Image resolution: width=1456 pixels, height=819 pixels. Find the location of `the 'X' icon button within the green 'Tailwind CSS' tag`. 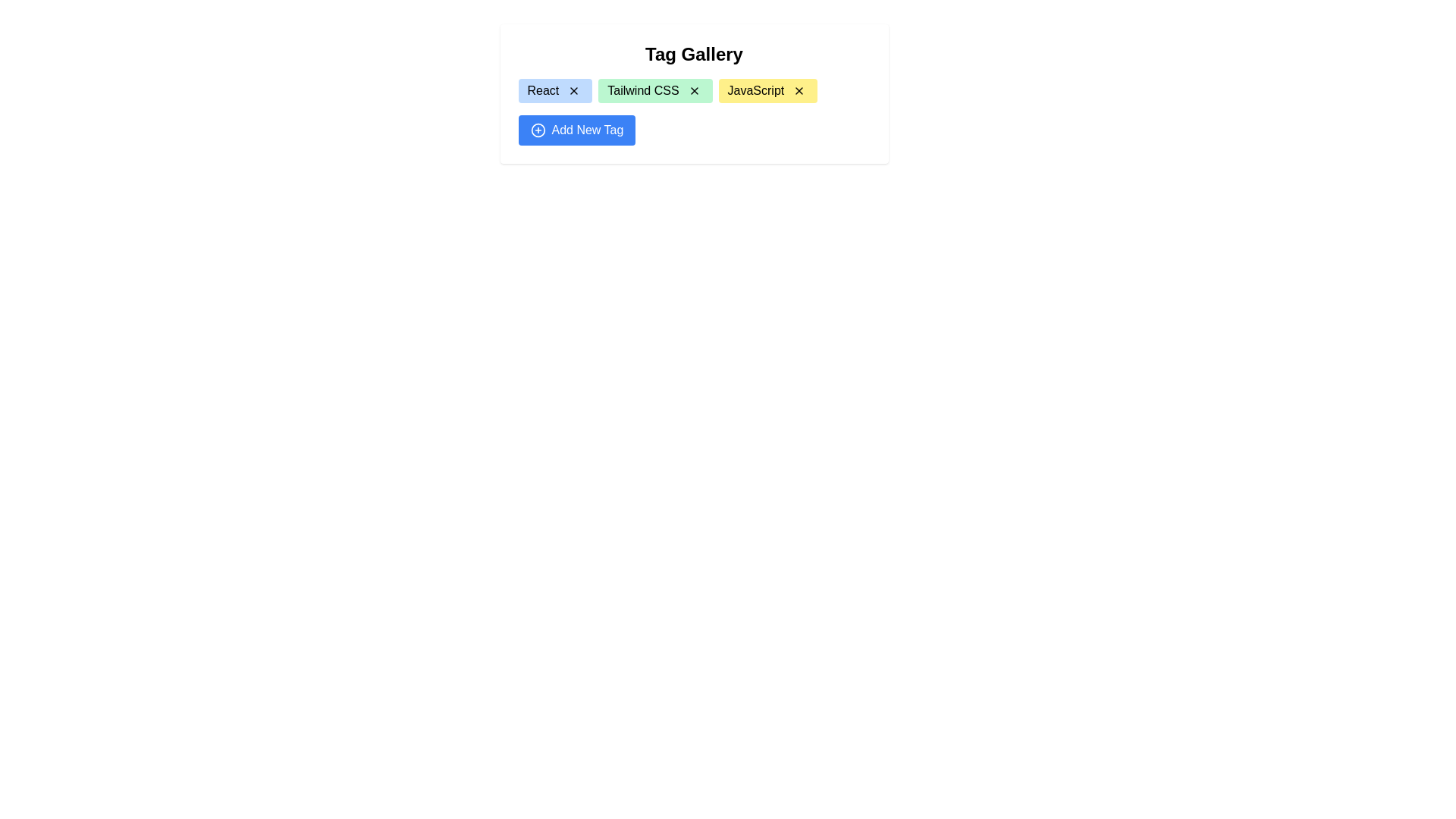

the 'X' icon button within the green 'Tailwind CSS' tag is located at coordinates (693, 90).